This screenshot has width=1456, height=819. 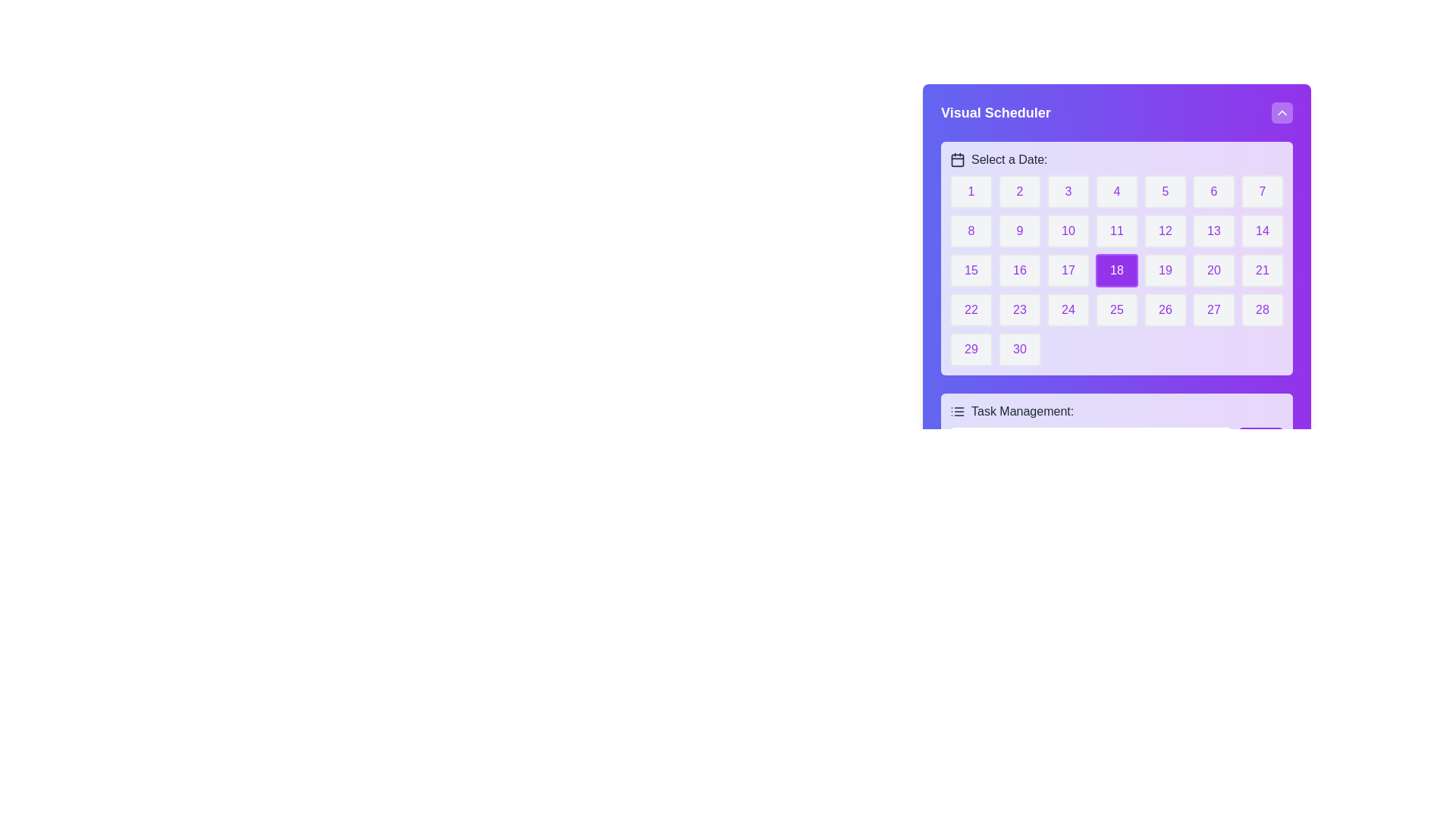 What do you see at coordinates (1214, 231) in the screenshot?
I see `the button displaying the number '13' in purple text on a light gray background, which is the sixth item in the second row of a calendar grid` at bounding box center [1214, 231].